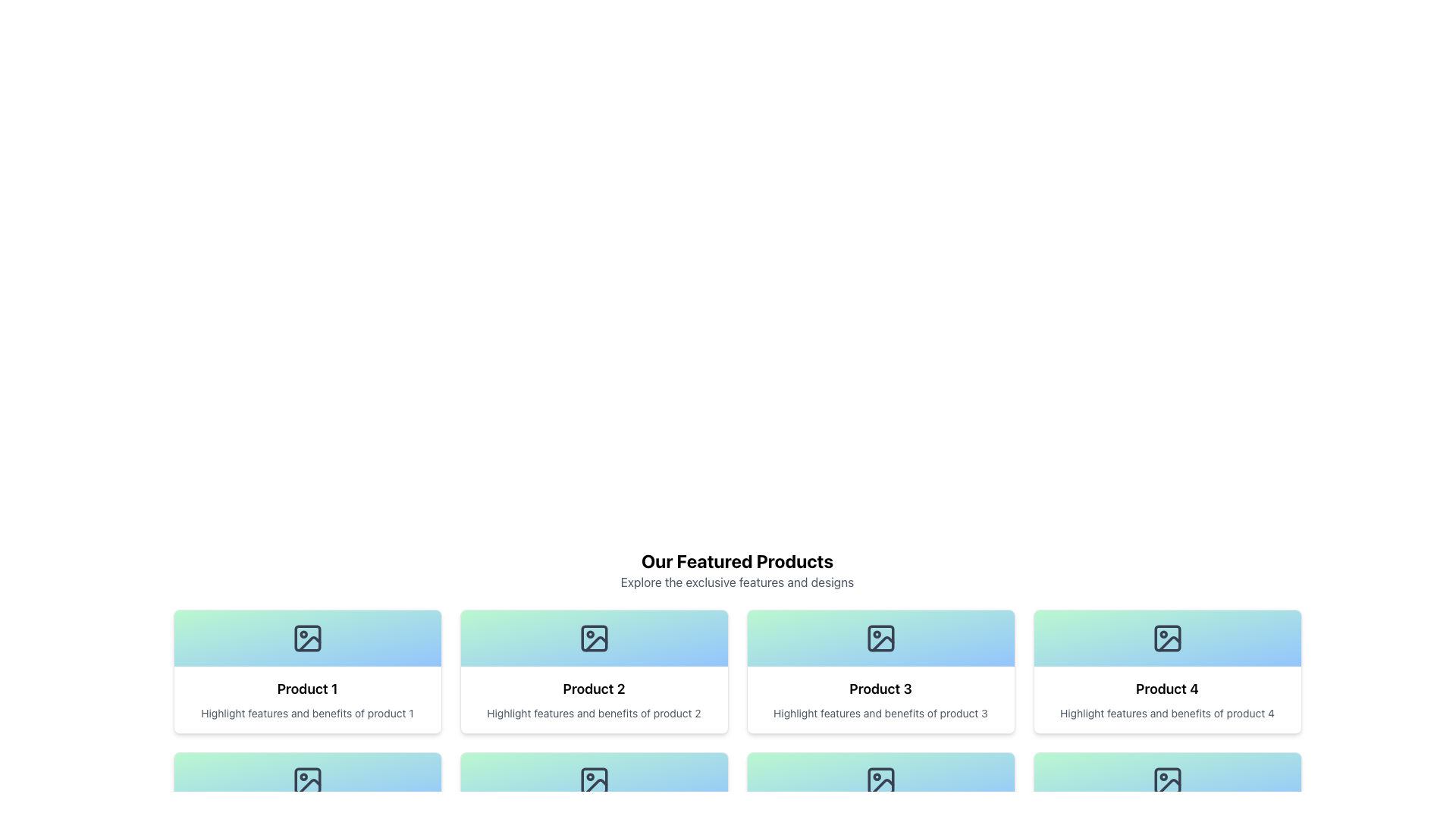  I want to click on the SVG rectangle that serves as a visual part of the image icon in the second product card of the grid layout under 'Our Featured Products', so click(306, 780).